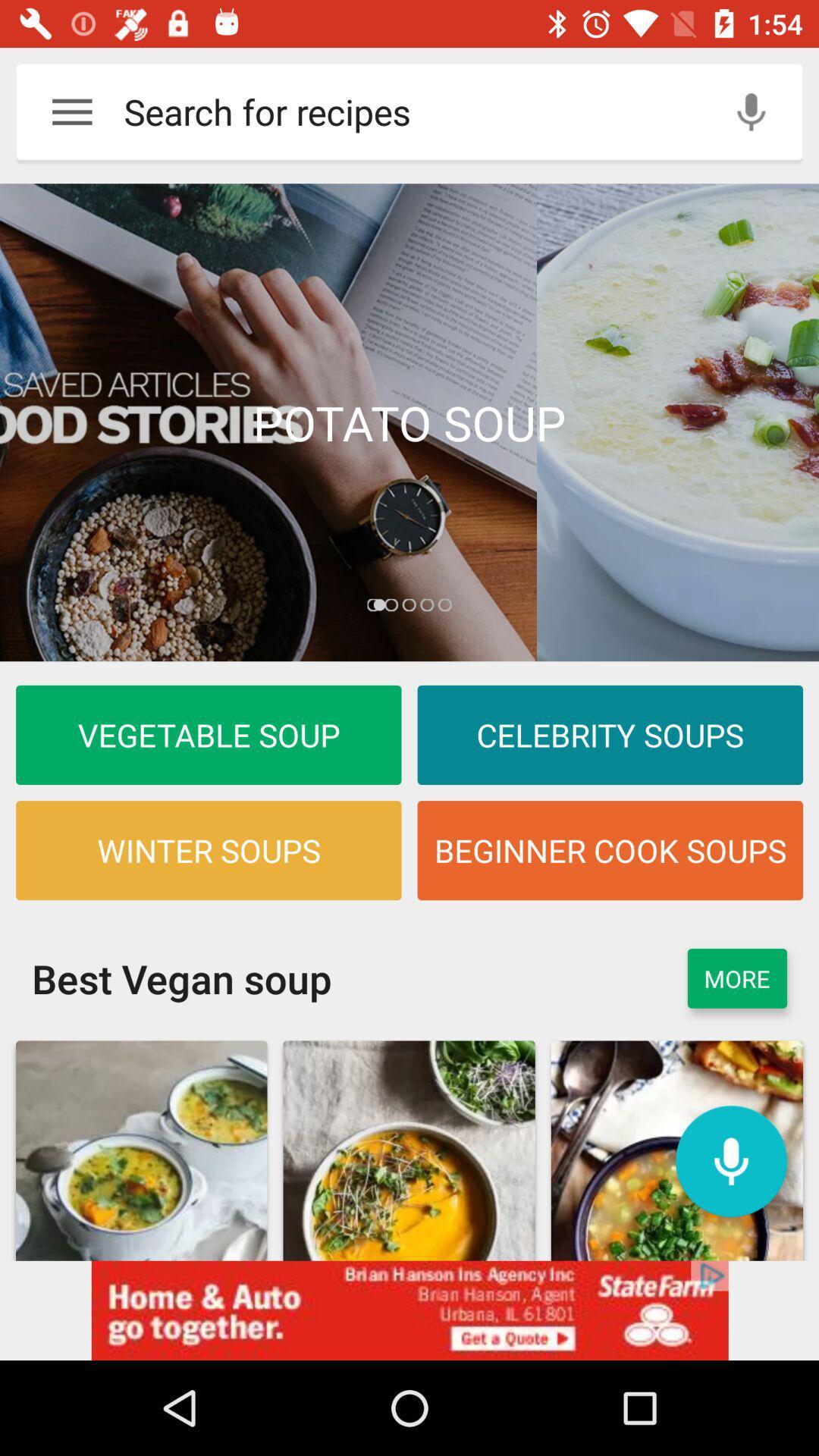 The width and height of the screenshot is (819, 1456). Describe the element at coordinates (409, 1310) in the screenshot. I see `click on advert` at that location.